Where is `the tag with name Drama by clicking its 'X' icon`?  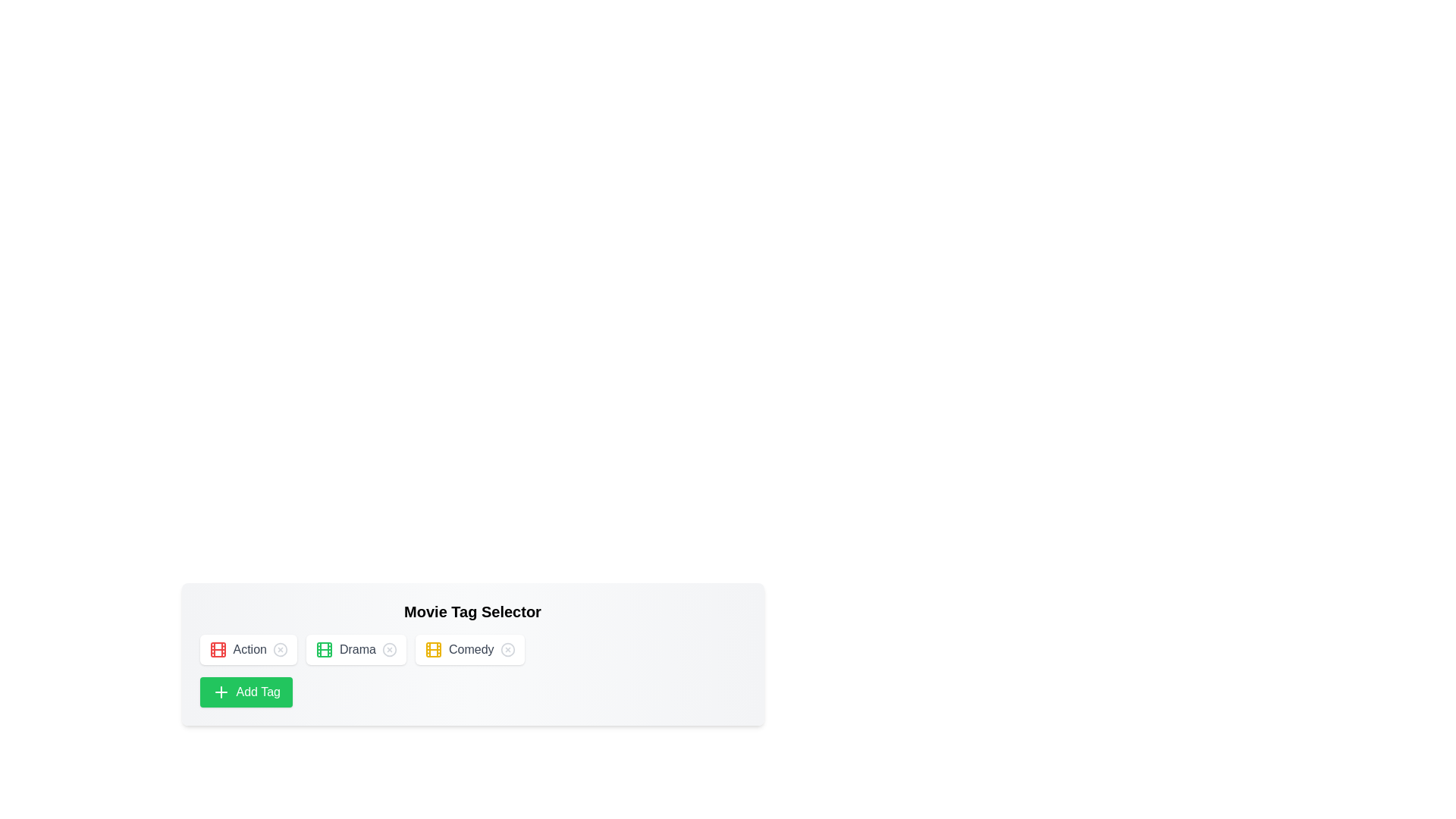 the tag with name Drama by clicking its 'X' icon is located at coordinates (389, 648).